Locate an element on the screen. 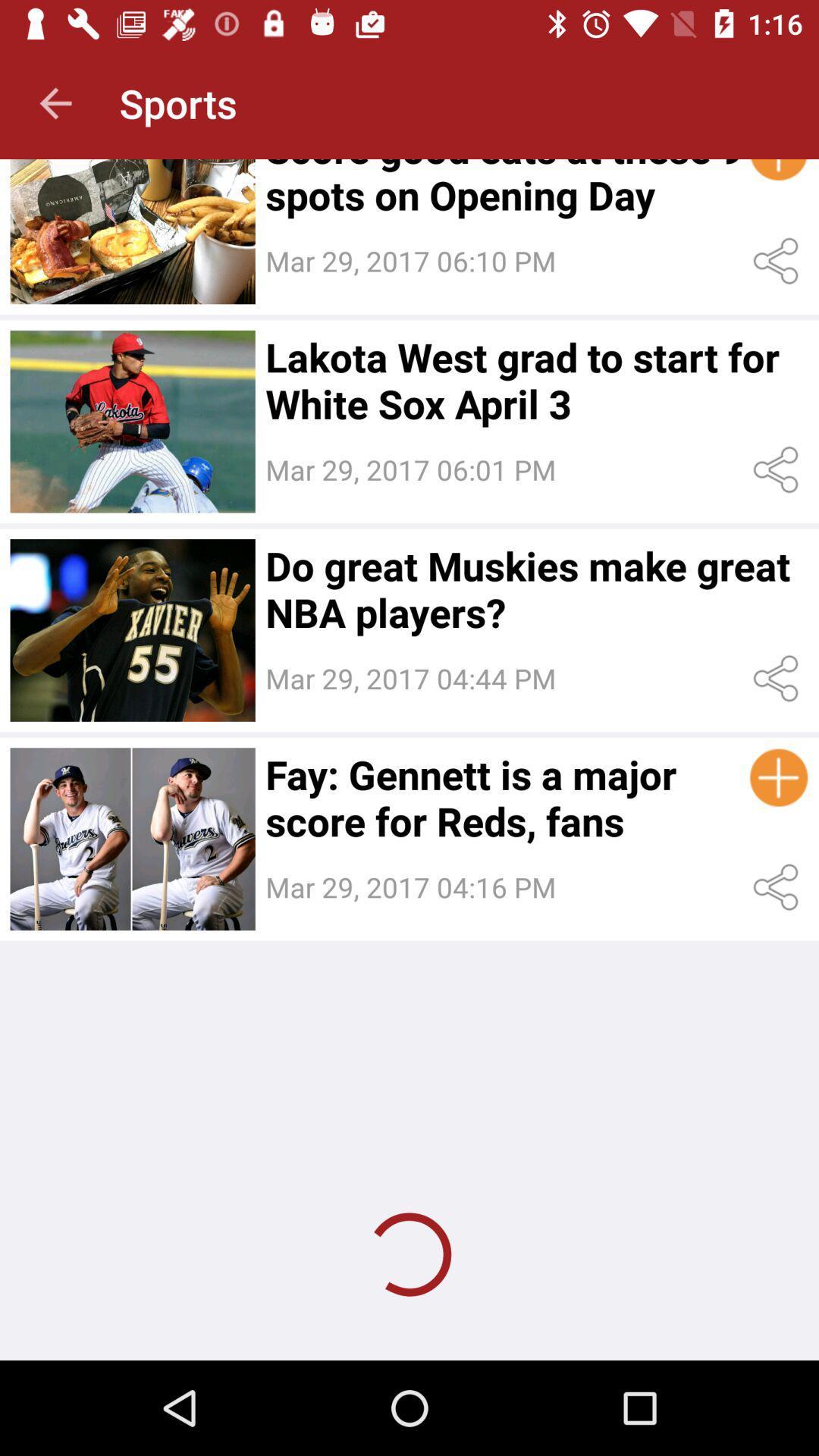 The height and width of the screenshot is (1456, 819). share story is located at coordinates (779, 469).